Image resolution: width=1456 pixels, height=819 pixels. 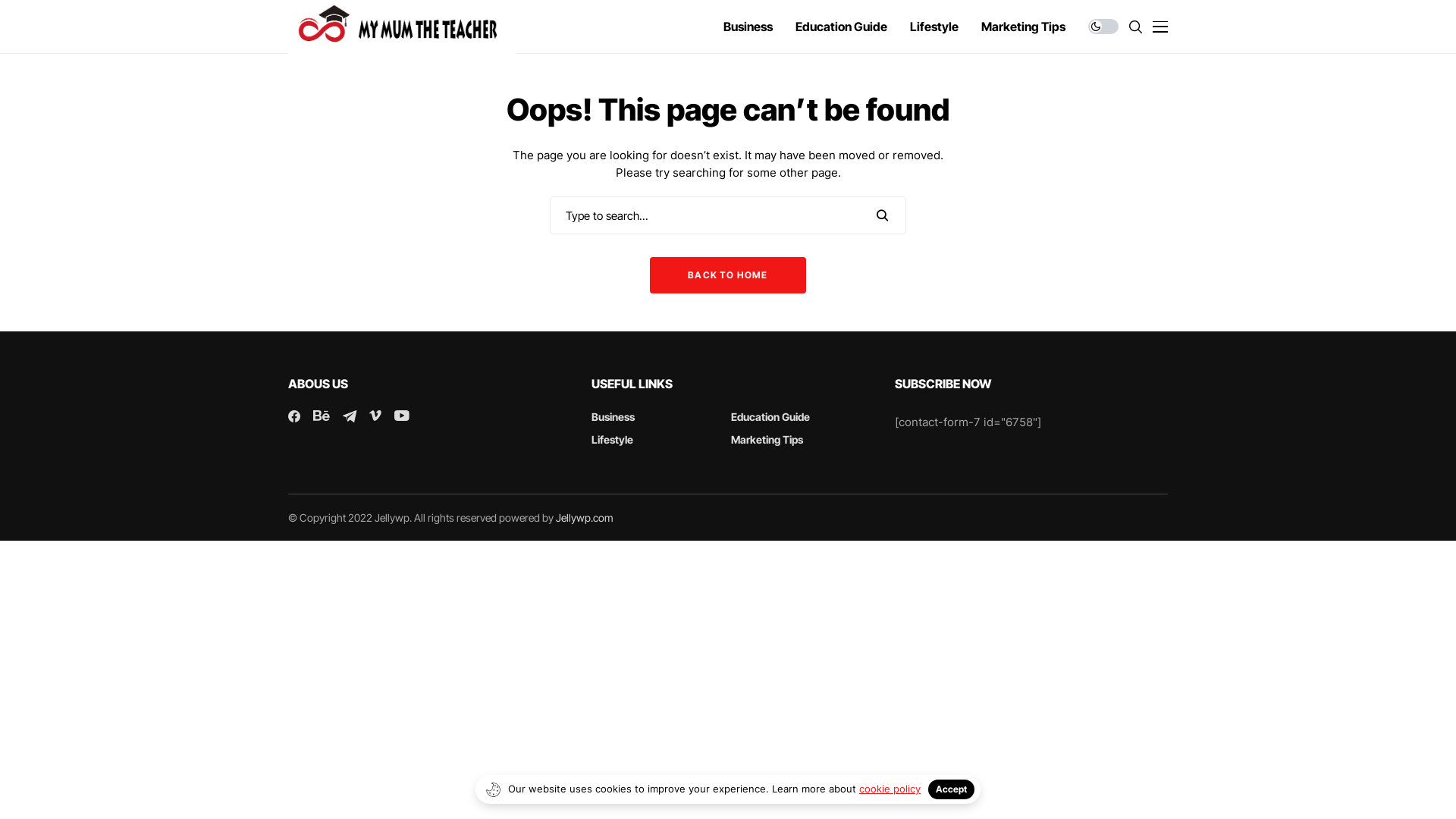 I want to click on 'cookie policy', so click(x=858, y=788).